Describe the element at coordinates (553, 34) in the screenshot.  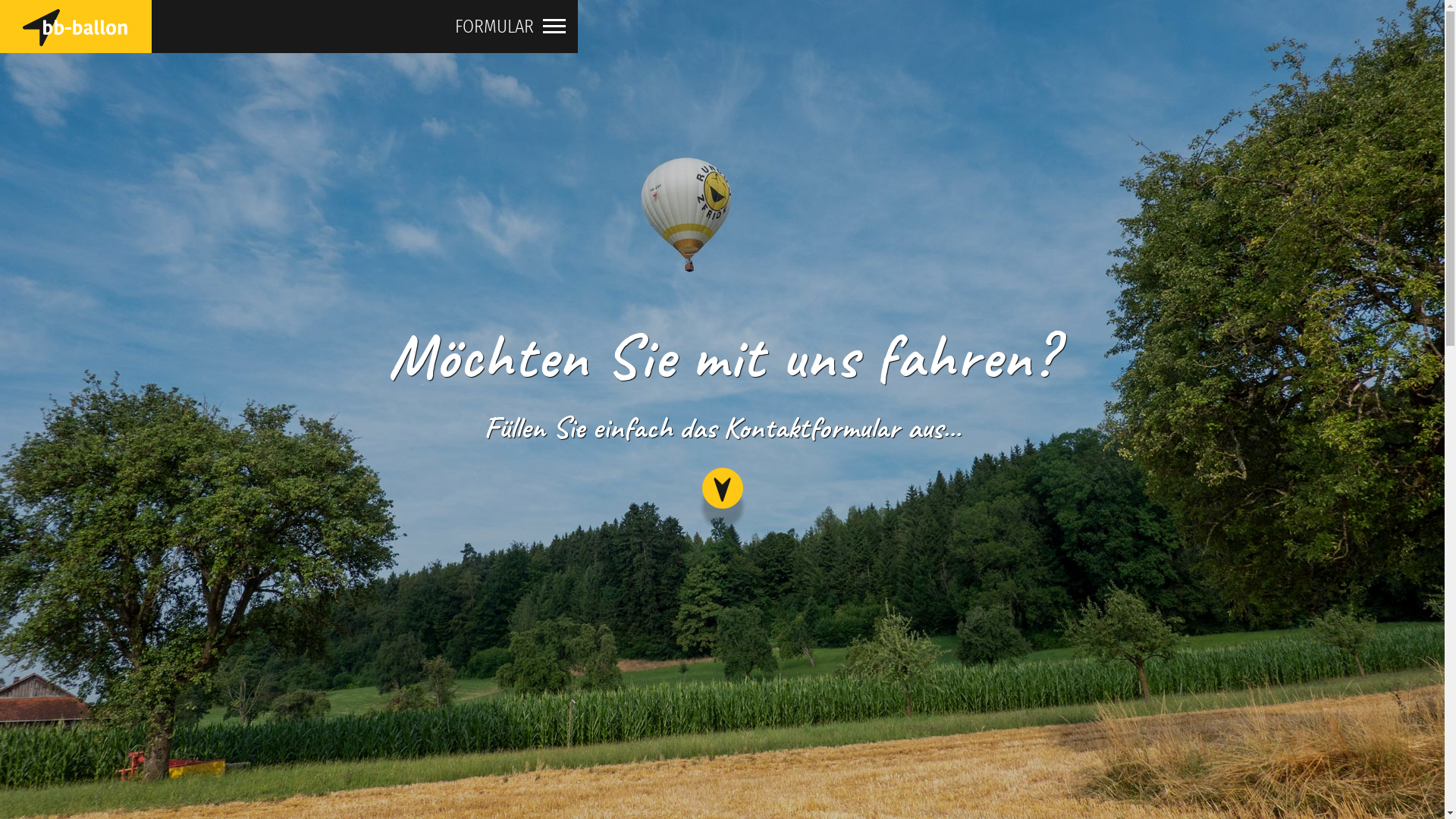
I see `'Menu'` at that location.